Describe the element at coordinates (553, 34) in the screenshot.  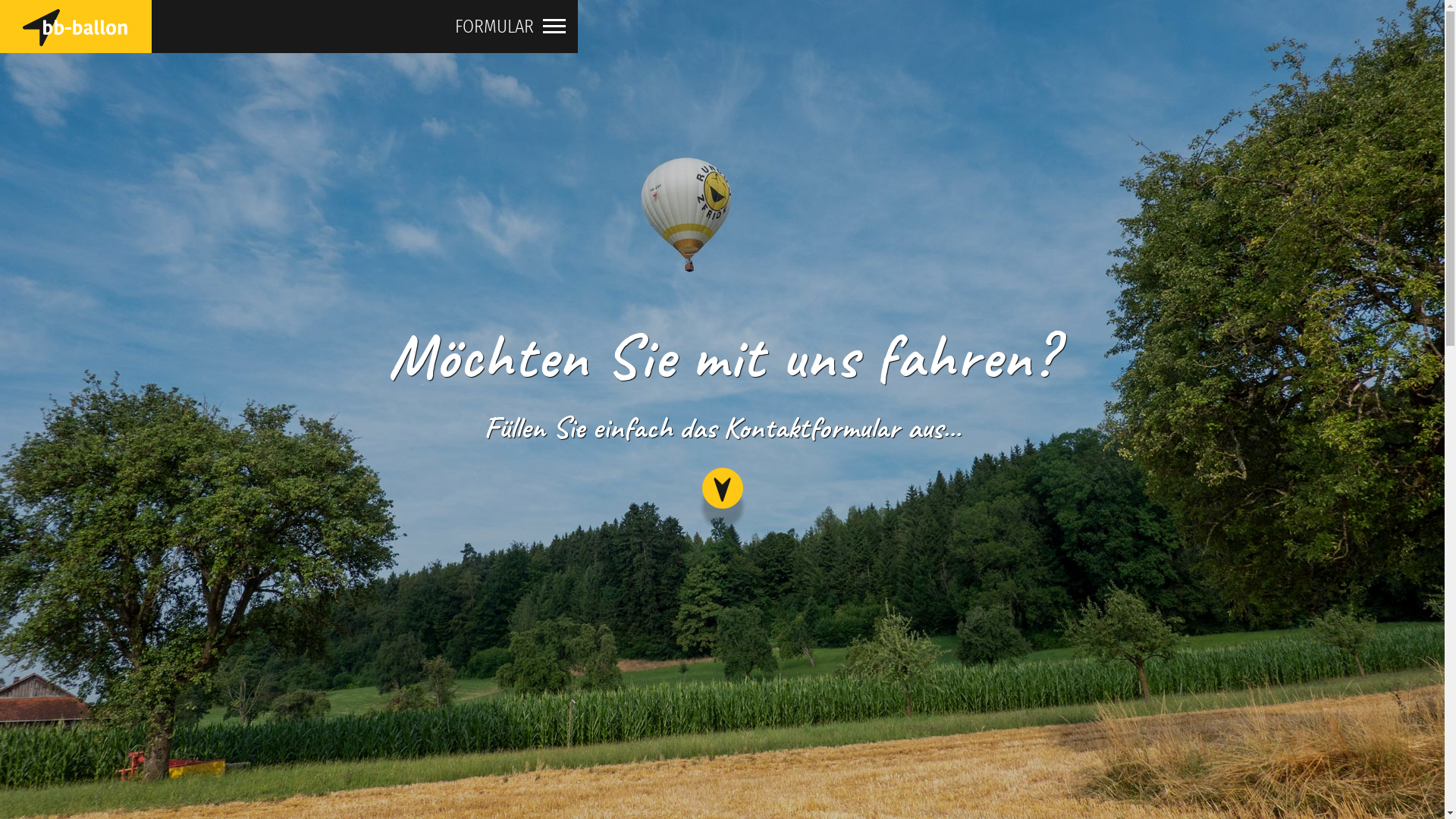
I see `'Menu'` at that location.